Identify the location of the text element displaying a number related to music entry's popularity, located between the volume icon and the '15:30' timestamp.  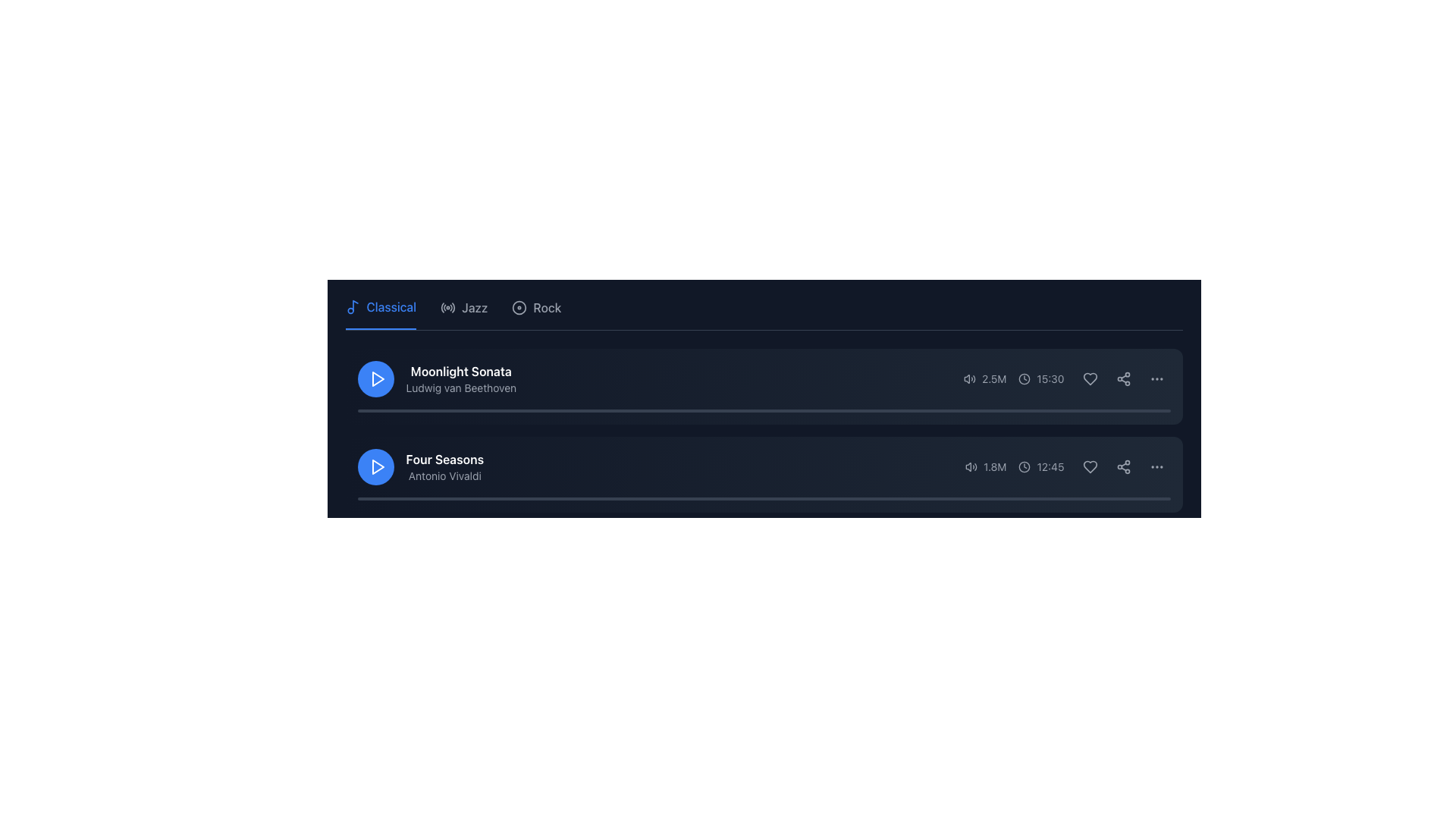
(985, 378).